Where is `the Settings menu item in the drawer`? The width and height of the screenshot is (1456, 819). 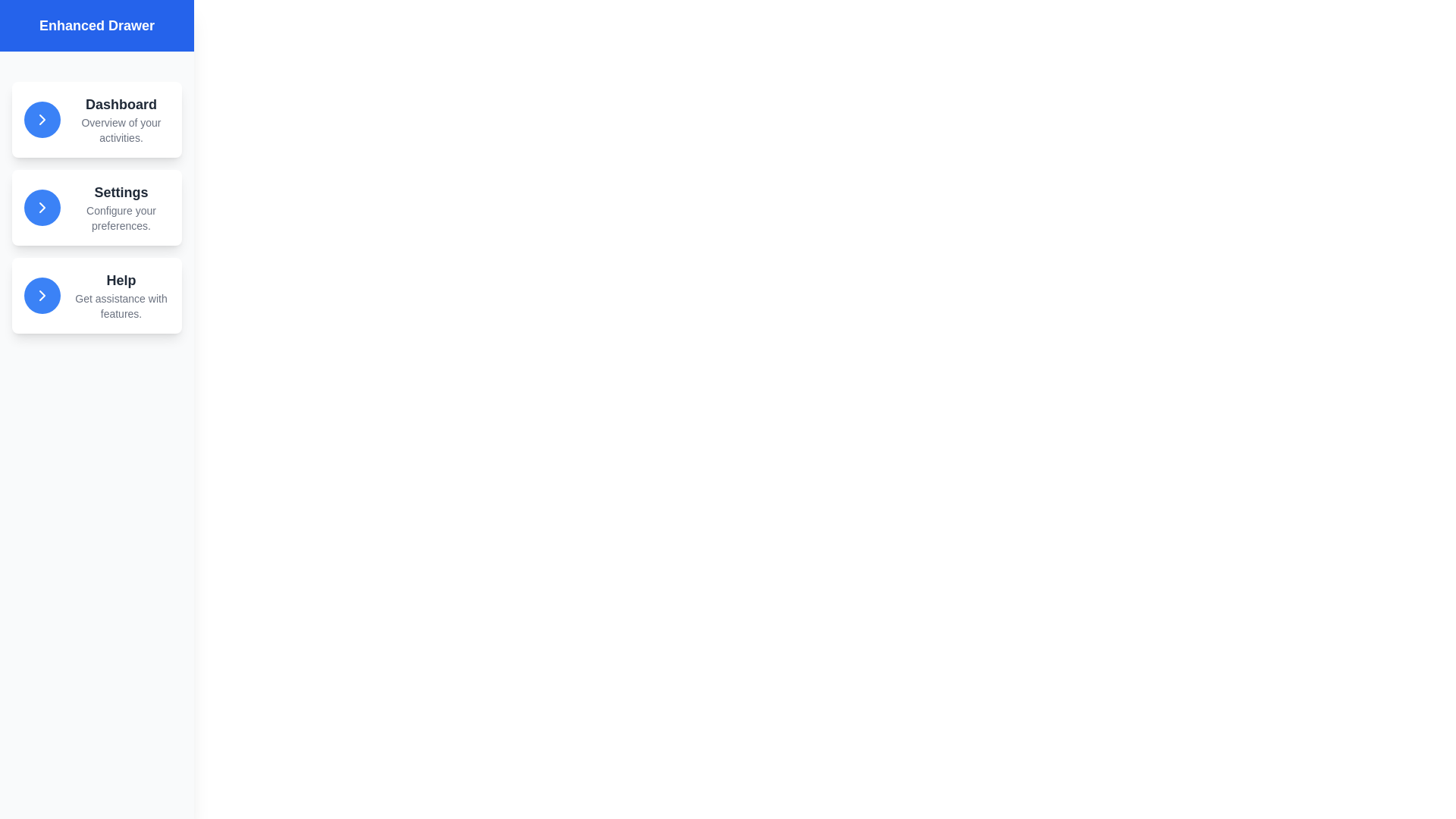 the Settings menu item in the drawer is located at coordinates (96, 207).